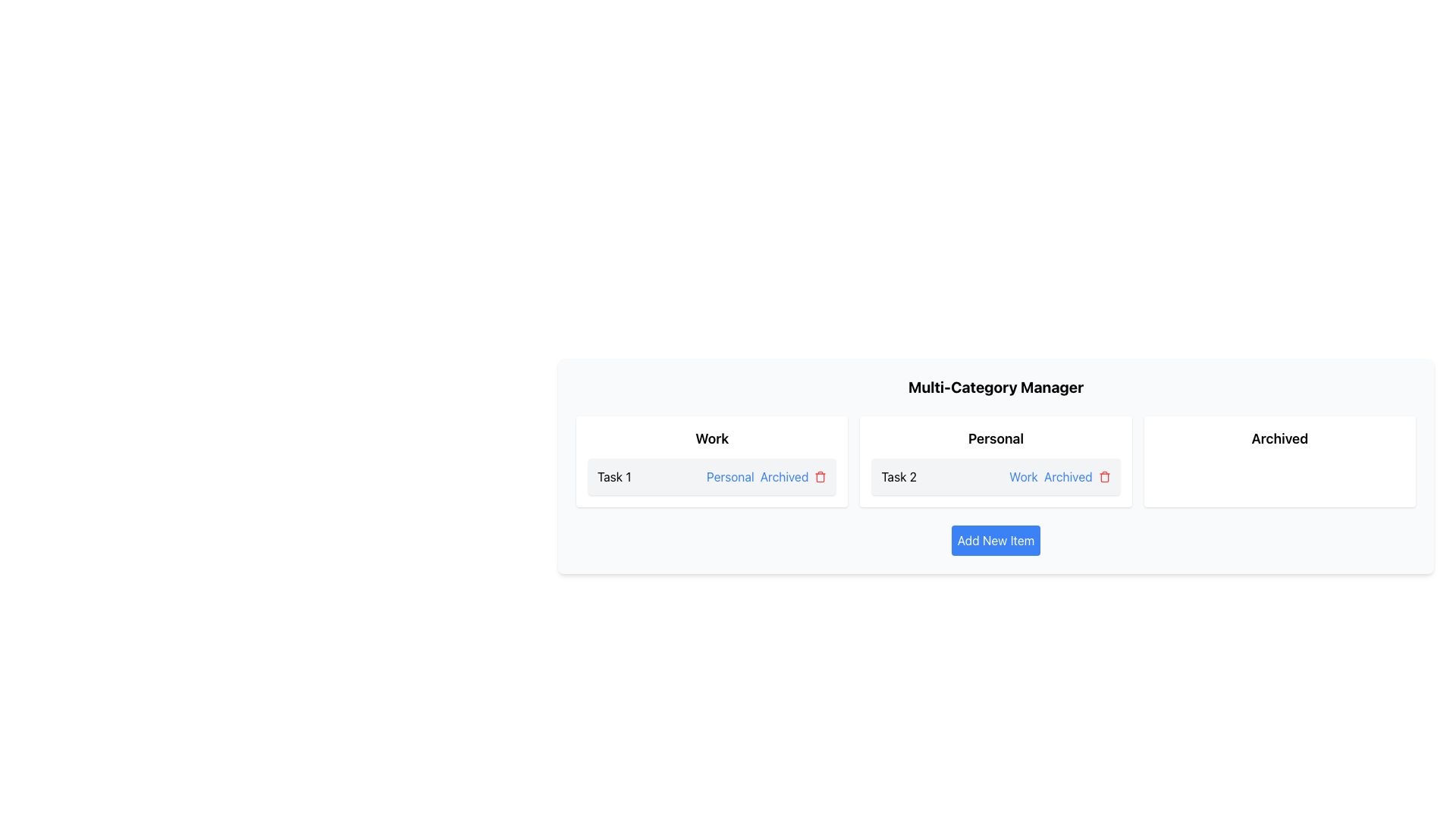  Describe the element at coordinates (820, 475) in the screenshot. I see `the red trash can icon button located adjacent to the 'Archived' link in the 'Work' section` at that location.